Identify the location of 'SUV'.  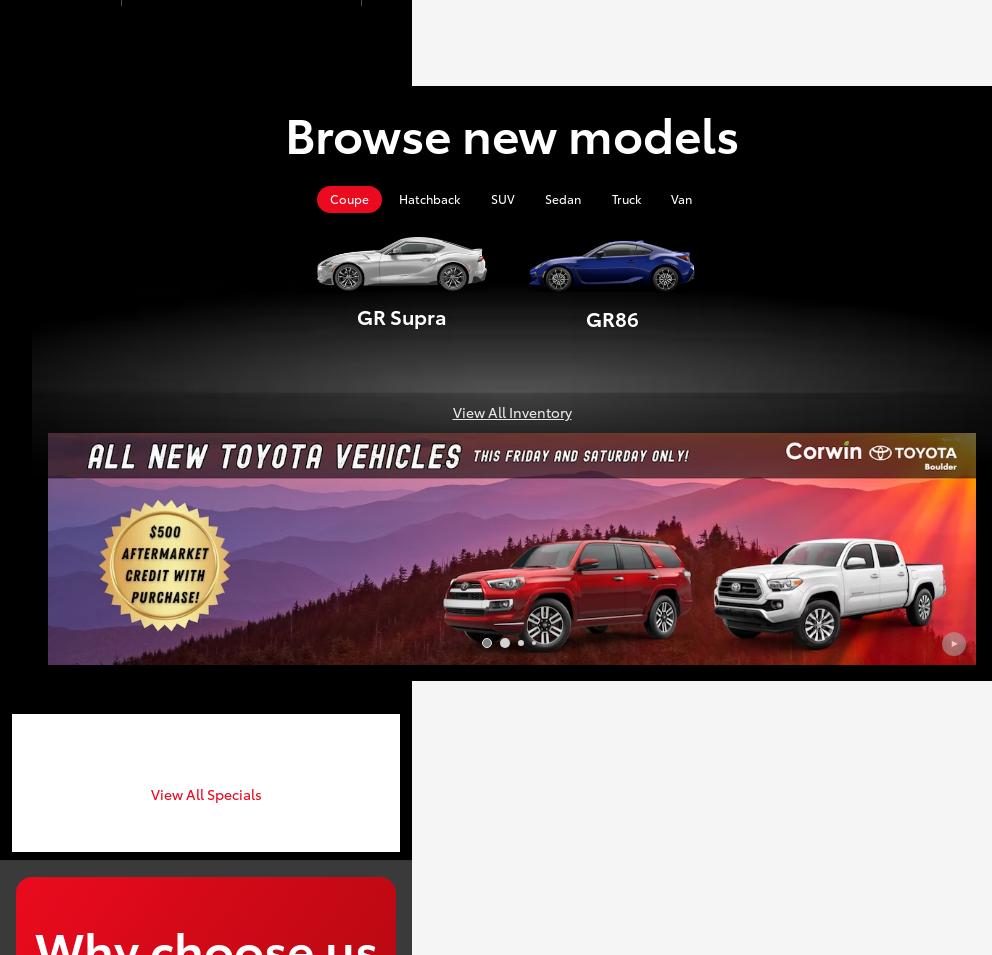
(490, 198).